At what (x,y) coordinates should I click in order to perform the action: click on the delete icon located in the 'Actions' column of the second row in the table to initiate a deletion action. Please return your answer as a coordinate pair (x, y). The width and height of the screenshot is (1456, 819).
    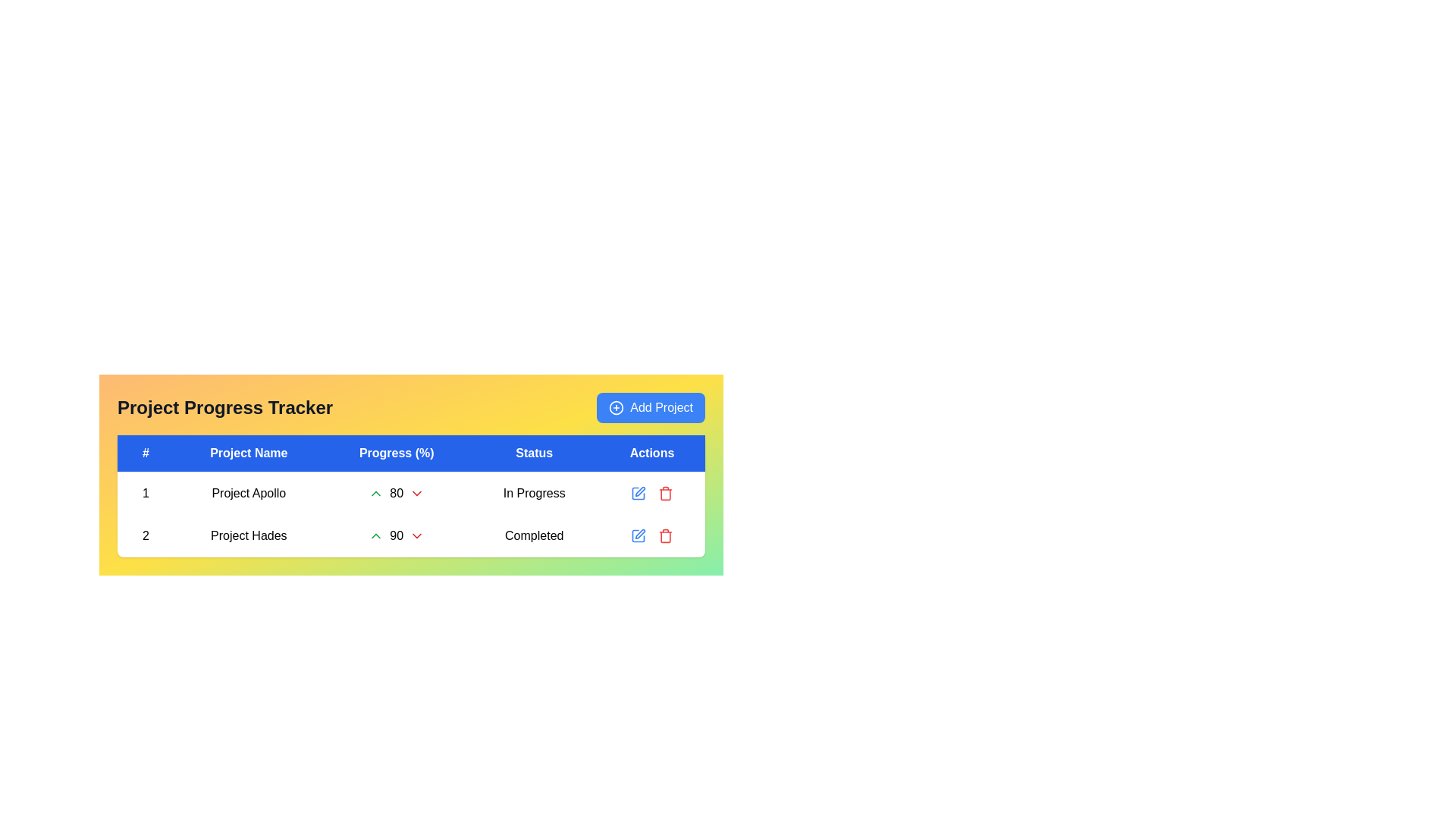
    Looking at the image, I should click on (666, 494).